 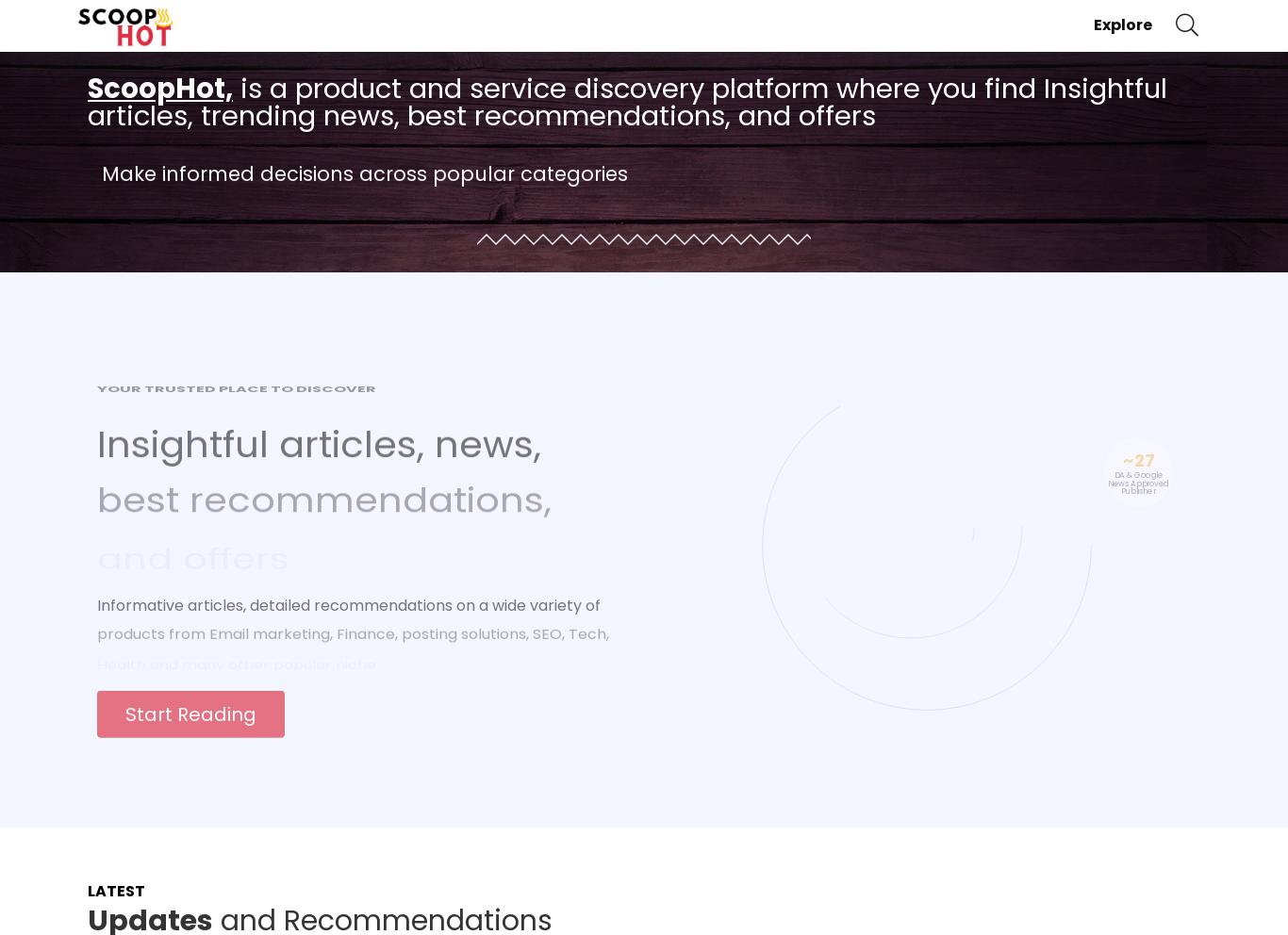 I want to click on 'is a product and service discovery platform where you find Insightful articles, trending news, best recommendations, and offers', so click(x=626, y=101).